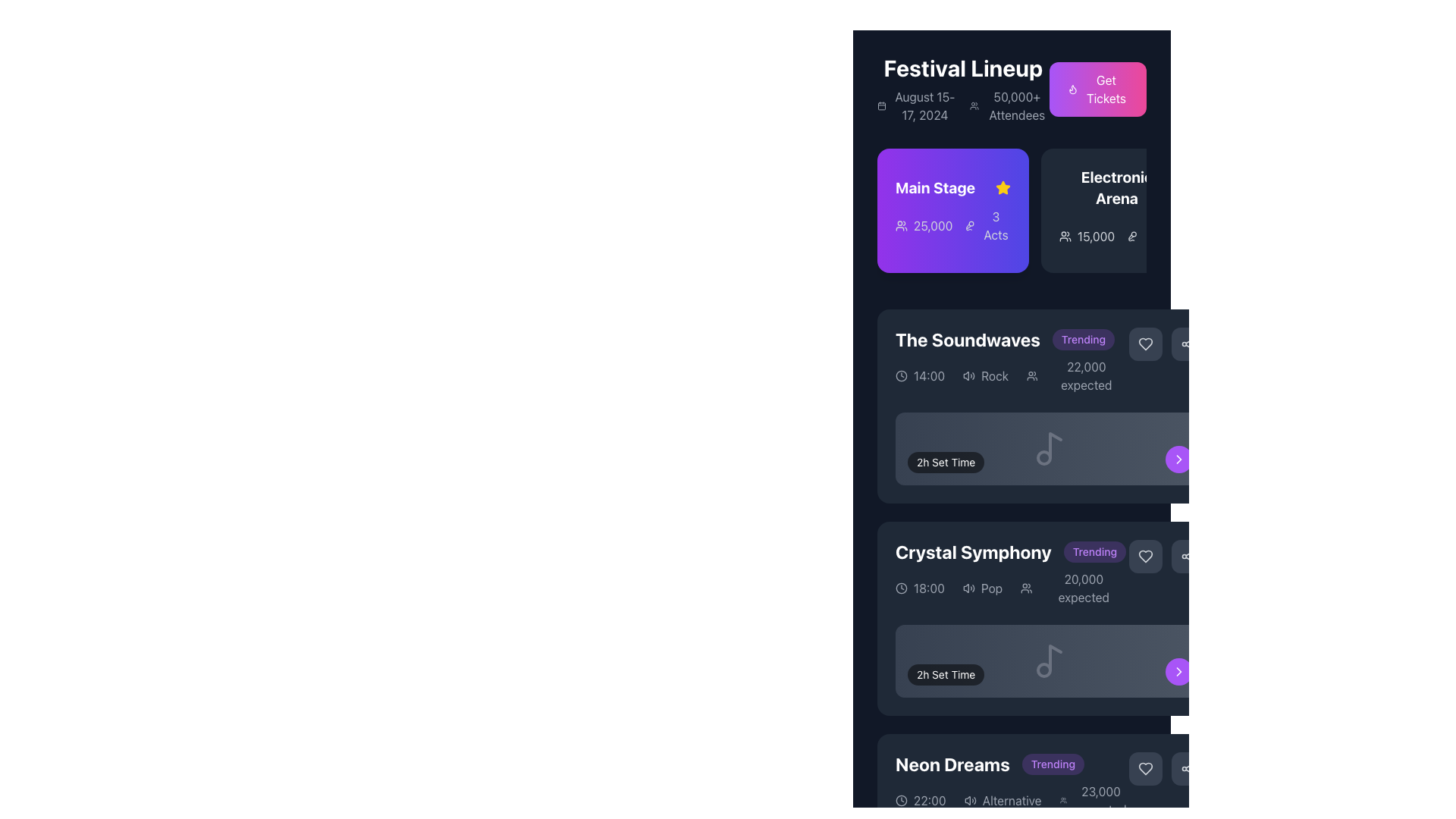 Image resolution: width=1456 pixels, height=819 pixels. I want to click on the text display showing '20,000 expected', which is visually grouped with an icon and located below it, to engage with related components nearby, so click(1083, 587).